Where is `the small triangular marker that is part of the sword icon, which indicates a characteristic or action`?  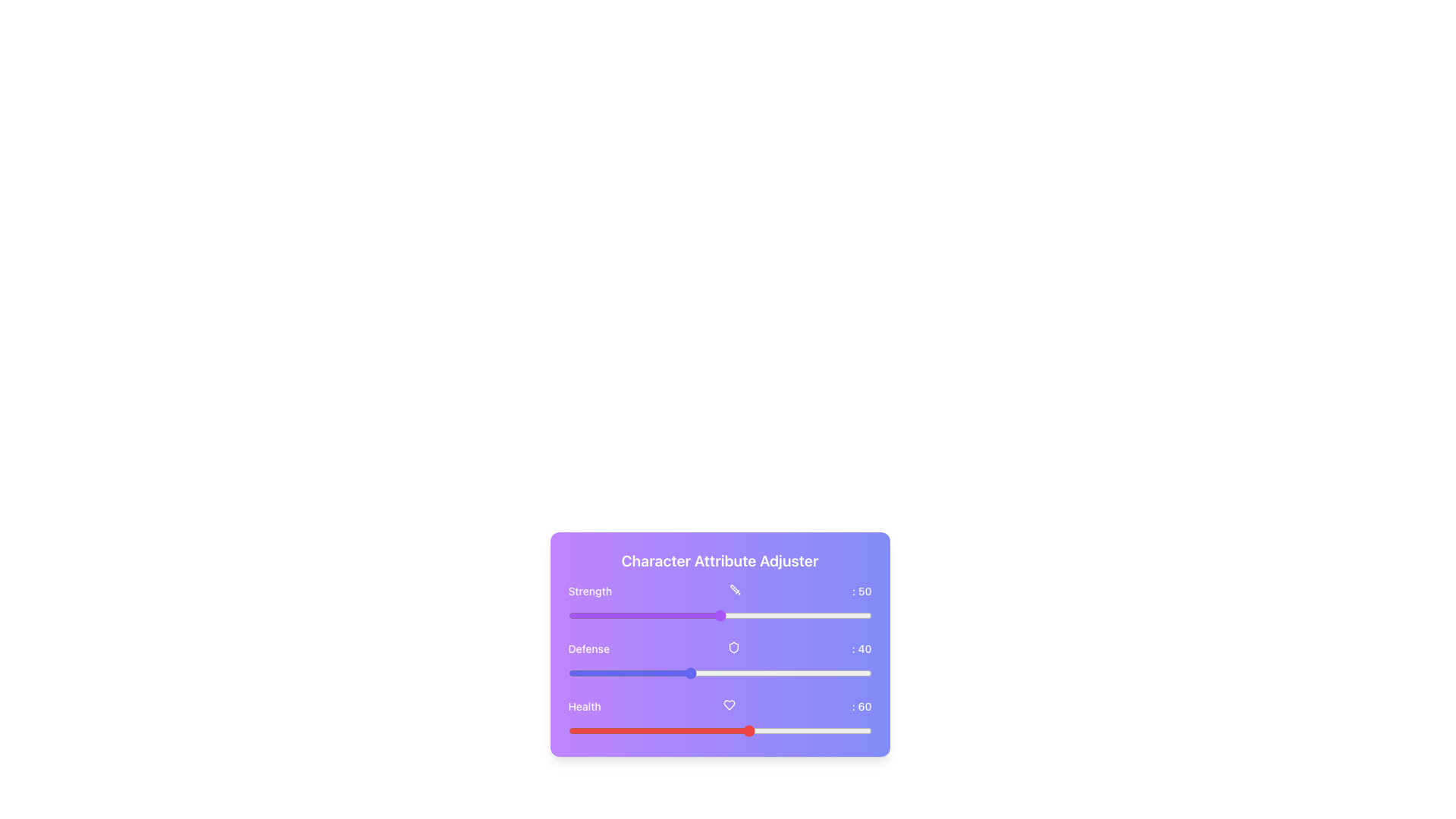 the small triangular marker that is part of the sword icon, which indicates a characteristic or action is located at coordinates (734, 588).